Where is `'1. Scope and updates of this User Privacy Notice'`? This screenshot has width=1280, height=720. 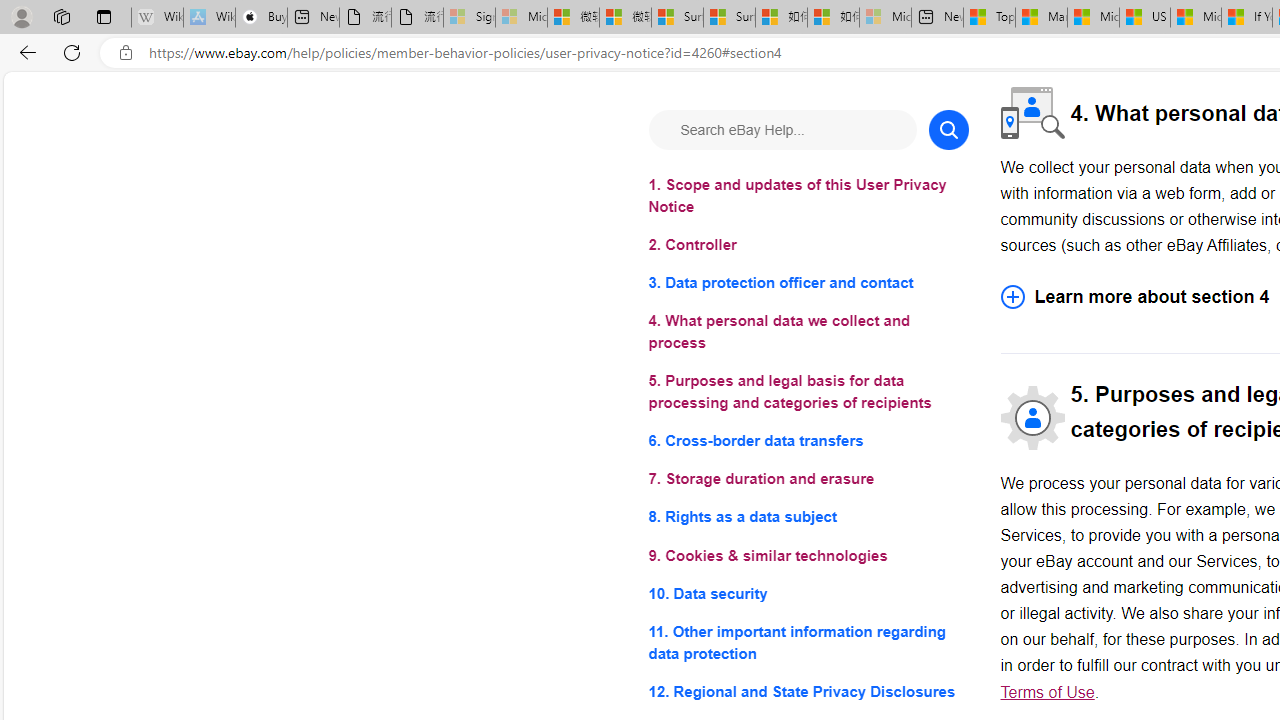
'1. Scope and updates of this User Privacy Notice' is located at coordinates (808, 196).